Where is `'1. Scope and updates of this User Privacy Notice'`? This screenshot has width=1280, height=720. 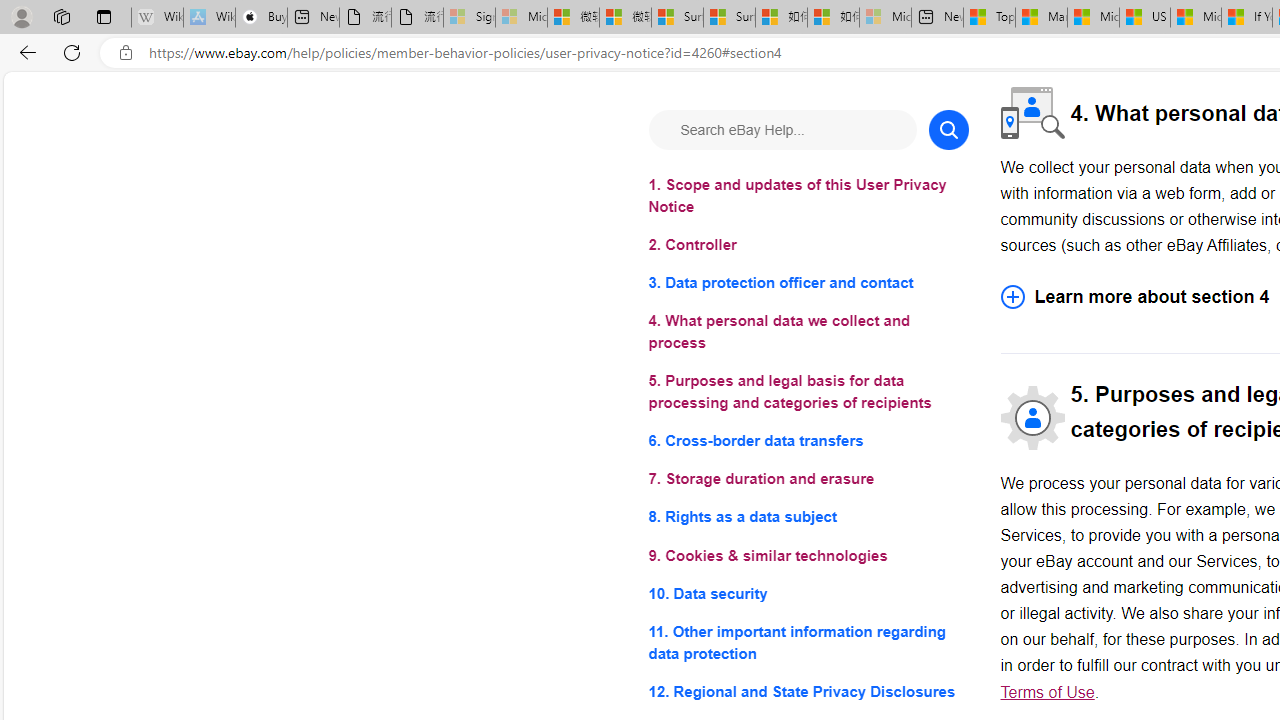
'1. Scope and updates of this User Privacy Notice' is located at coordinates (808, 196).